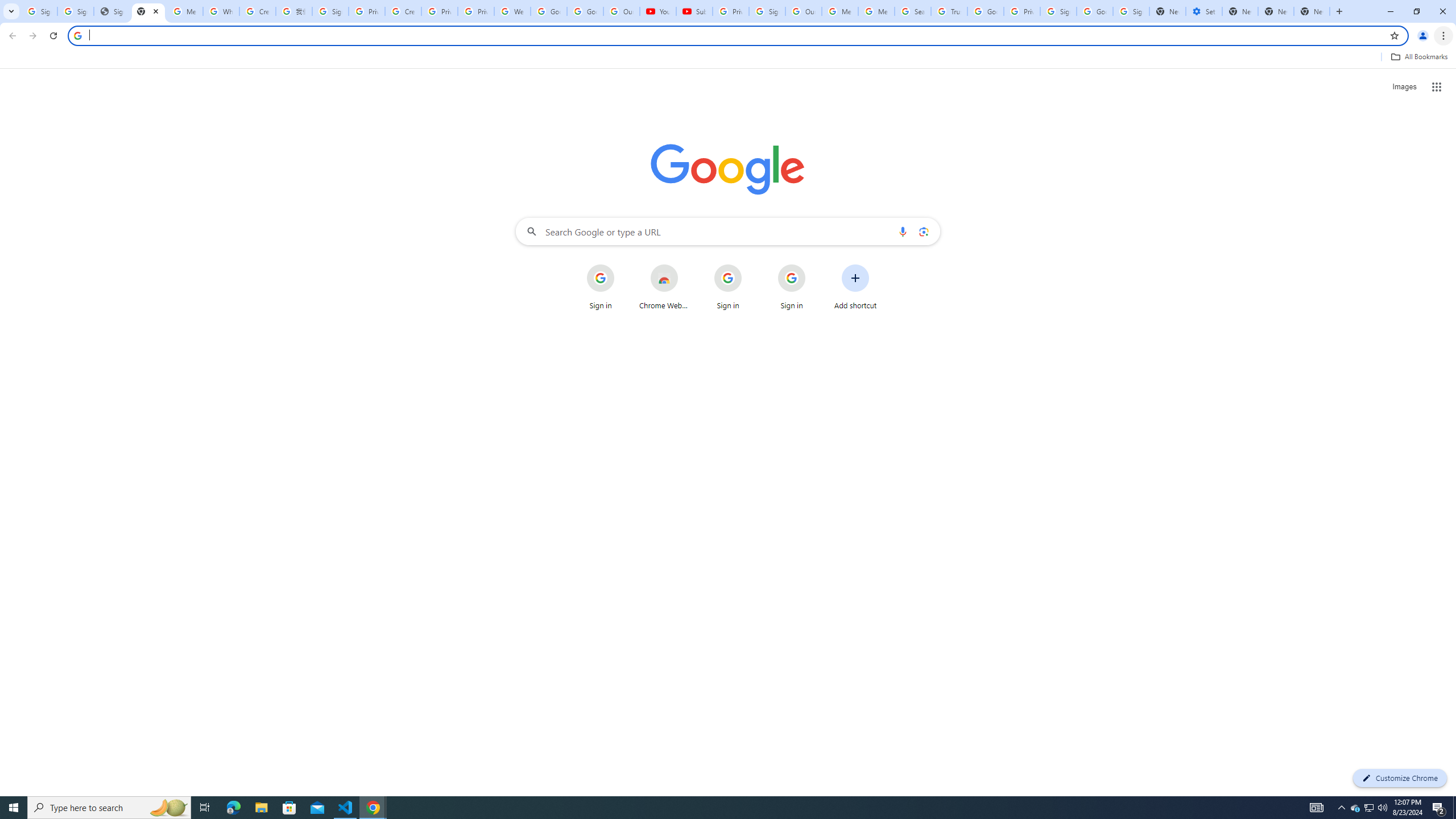 This screenshot has width=1456, height=819. I want to click on 'Sign In - USA TODAY', so click(111, 11).